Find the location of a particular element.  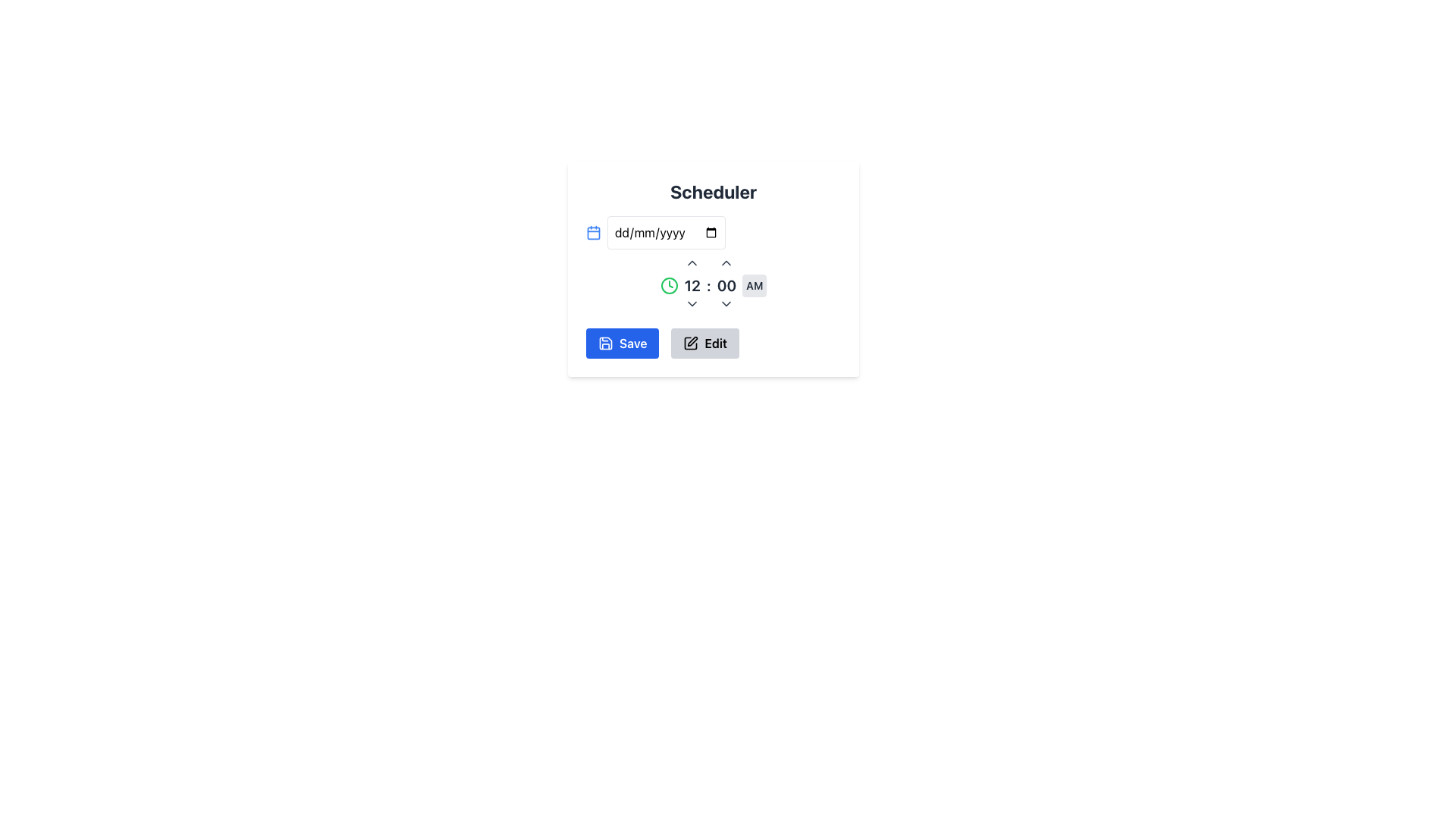

the downward-facing chevron icon button located below the time indicator ('12 : 00 AM') for keyboard interaction is located at coordinates (692, 304).